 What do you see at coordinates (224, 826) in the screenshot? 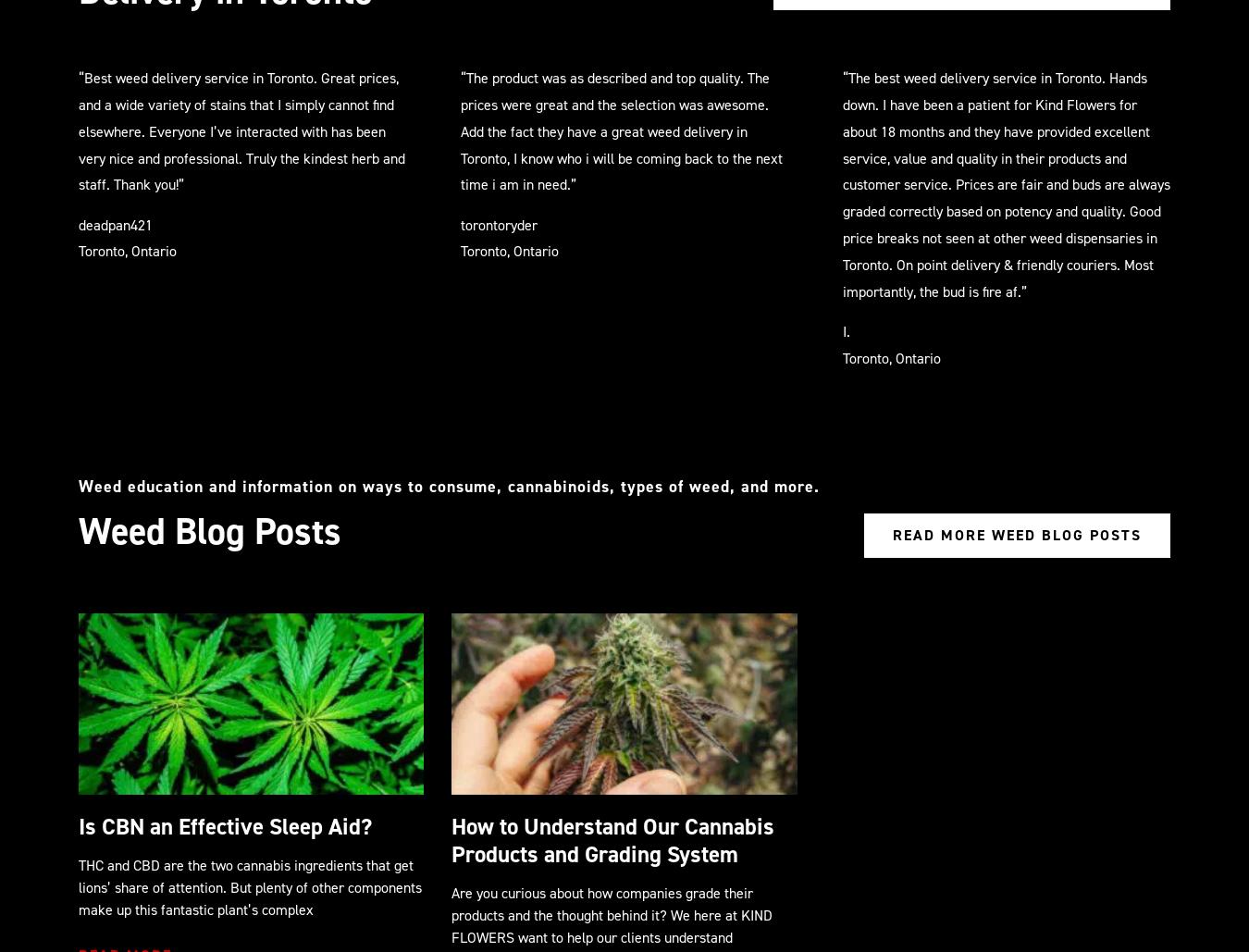
I see `'Is CBN an Effective Sleep Aid?'` at bounding box center [224, 826].